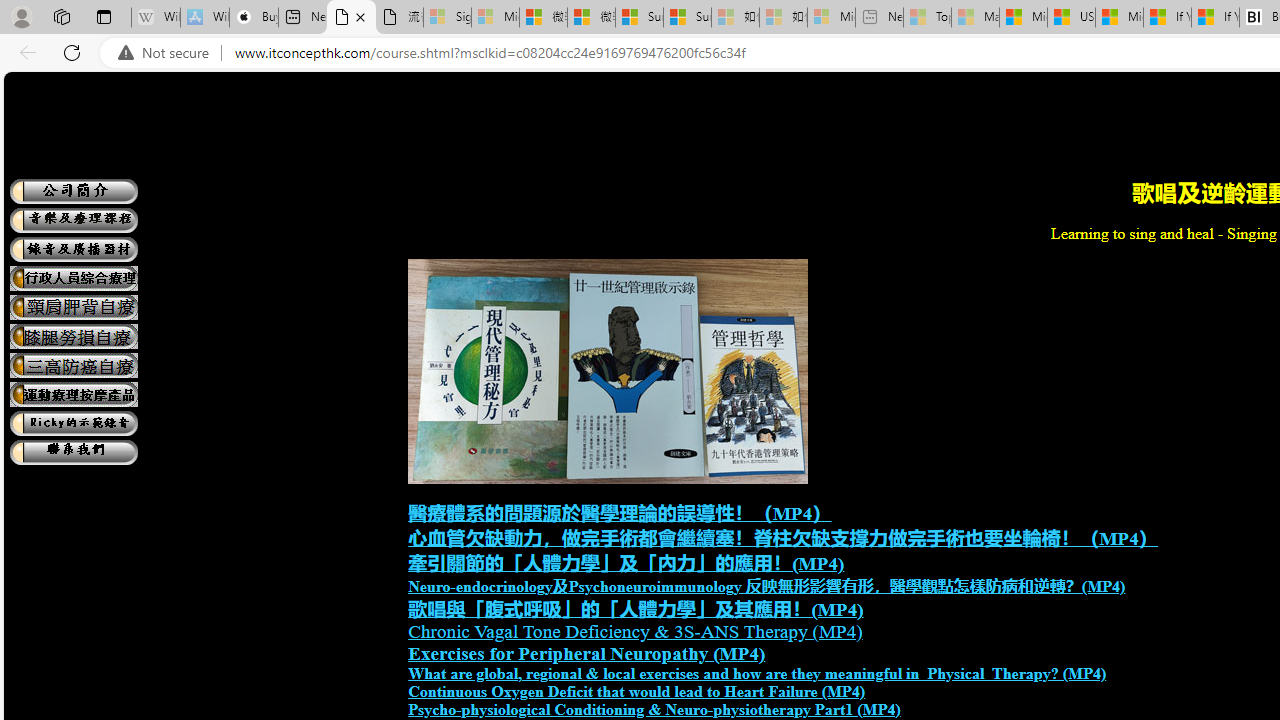 This screenshot has width=1280, height=720. What do you see at coordinates (926, 17) in the screenshot?
I see `'Top Stories - MSN - Sleeping'` at bounding box center [926, 17].